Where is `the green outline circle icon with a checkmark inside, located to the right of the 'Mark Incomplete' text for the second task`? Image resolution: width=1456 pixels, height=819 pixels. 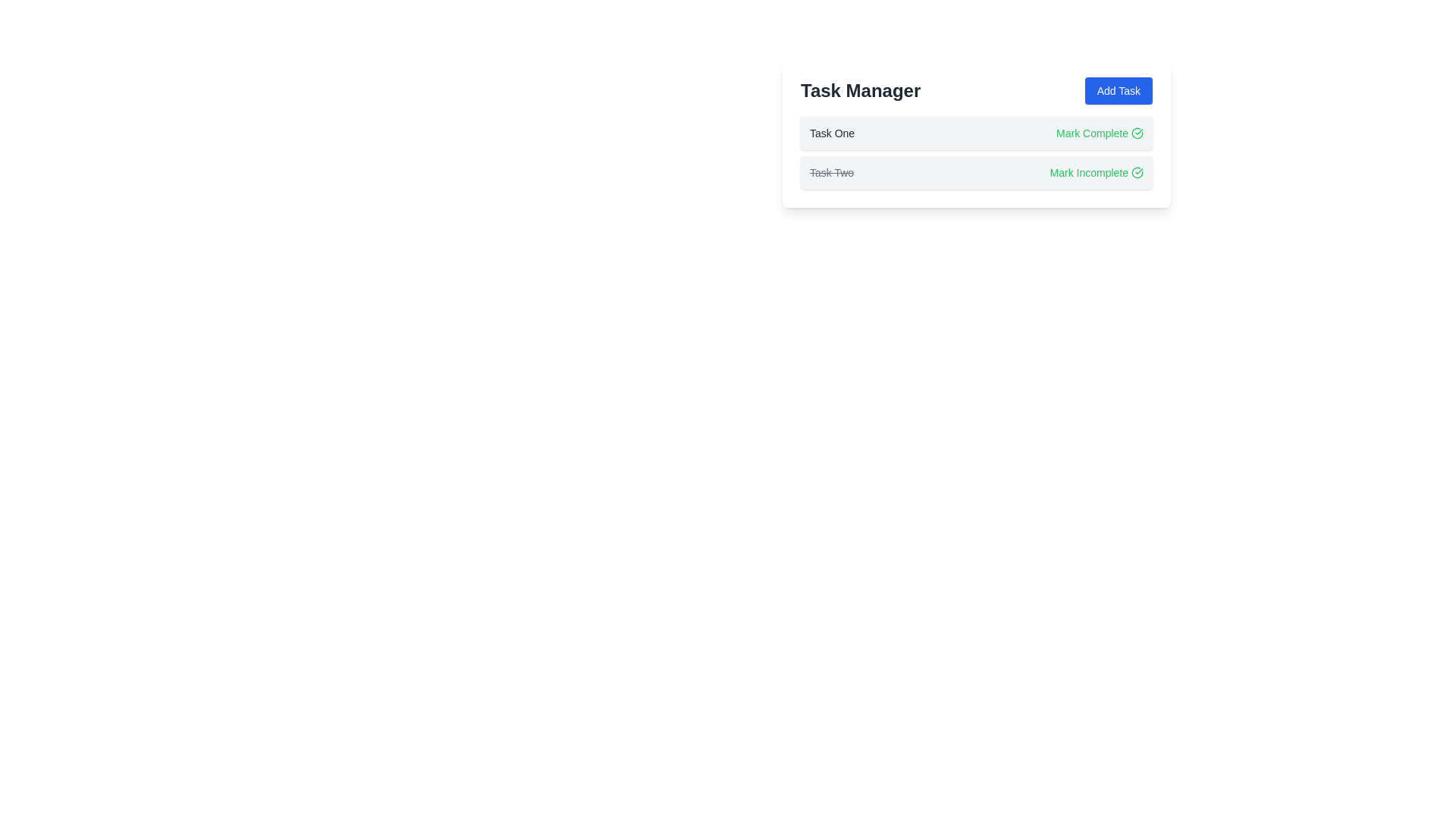 the green outline circle icon with a checkmark inside, located to the right of the 'Mark Incomplete' text for the second task is located at coordinates (1137, 171).